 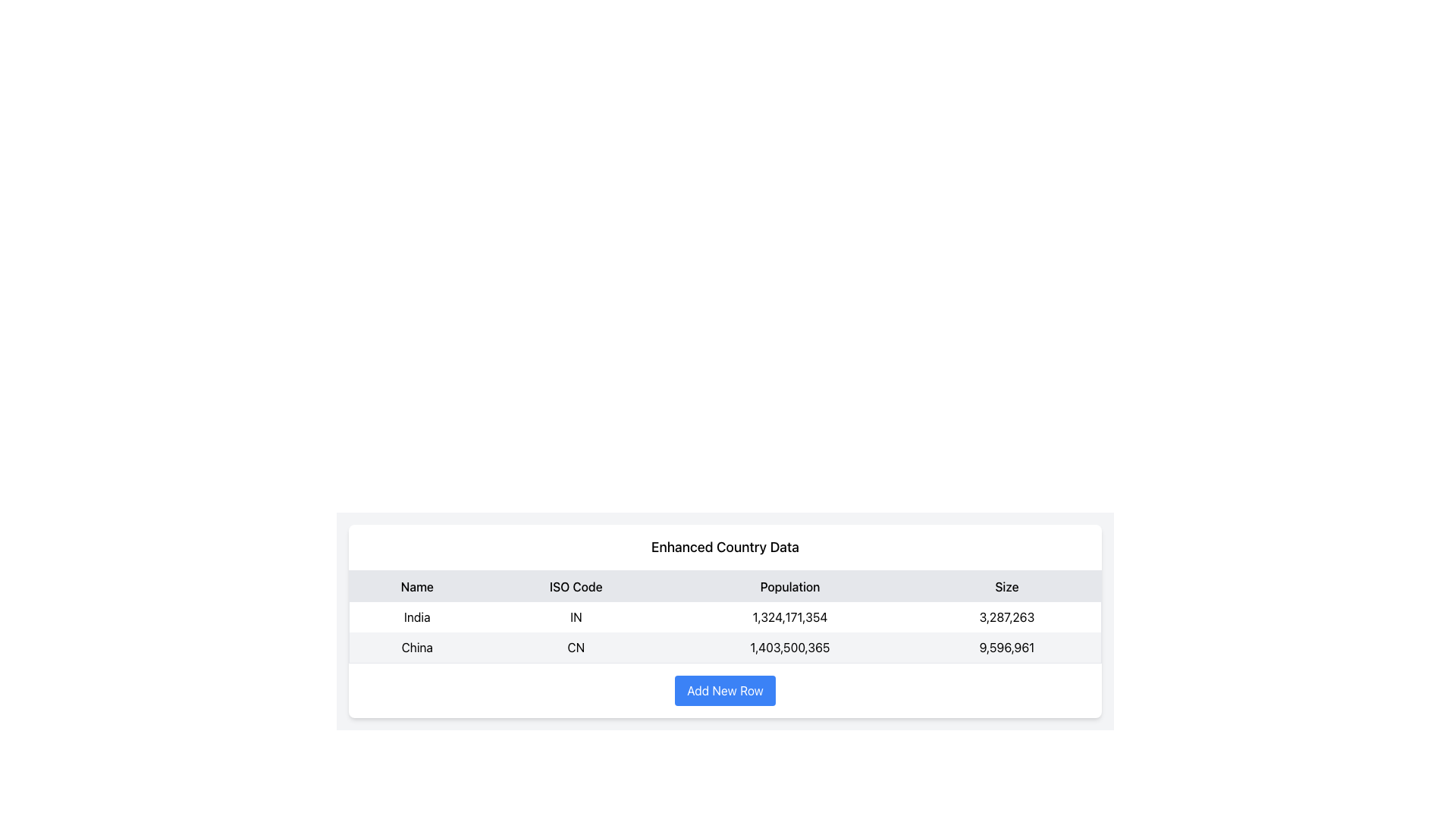 What do you see at coordinates (789, 648) in the screenshot?
I see `the population text displaying '1,403,500,365' in bold black, located in the Population column for China (ISO code CN)` at bounding box center [789, 648].